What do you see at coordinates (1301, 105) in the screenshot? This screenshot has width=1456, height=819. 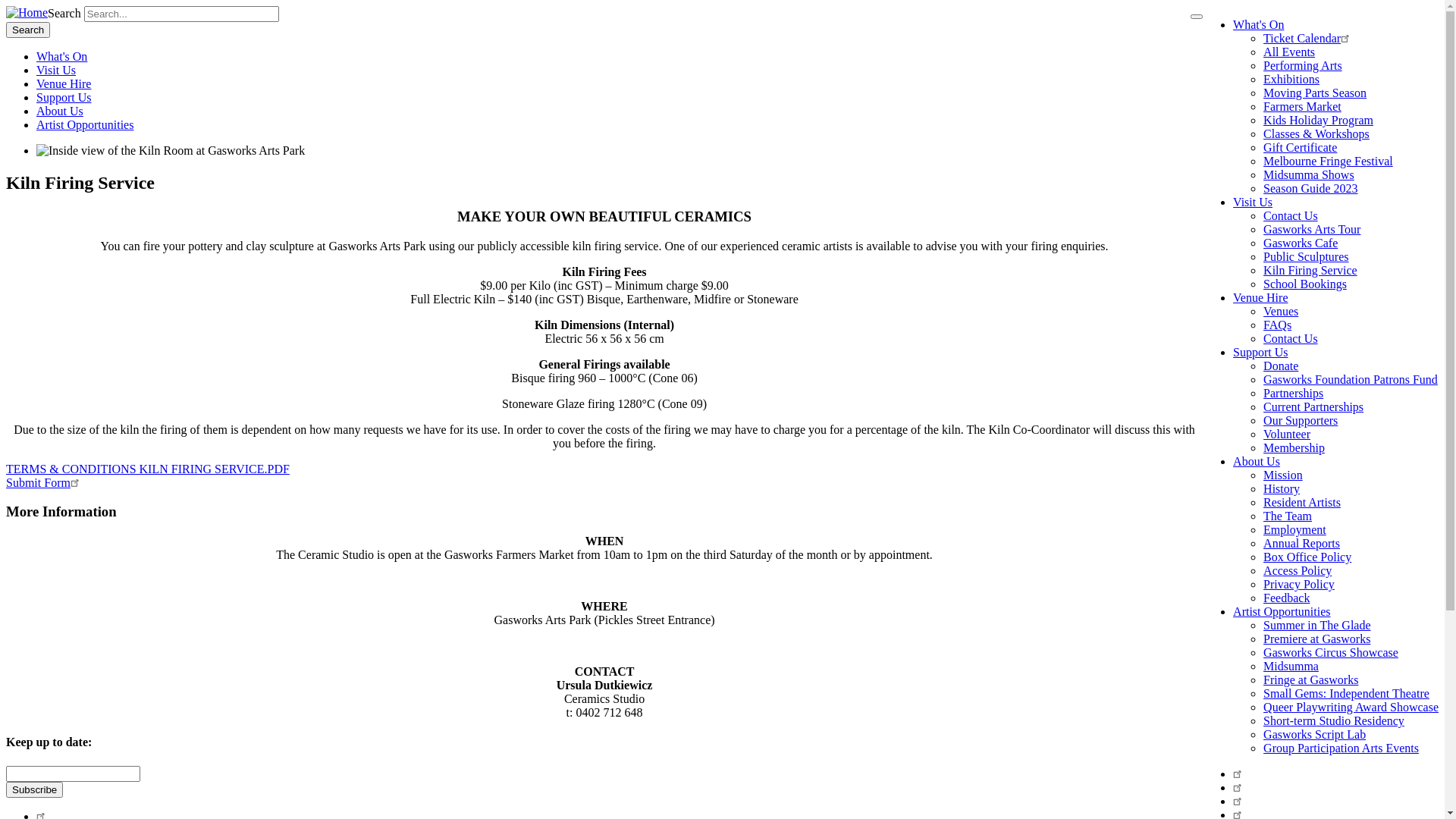 I see `'Farmers Market'` at bounding box center [1301, 105].